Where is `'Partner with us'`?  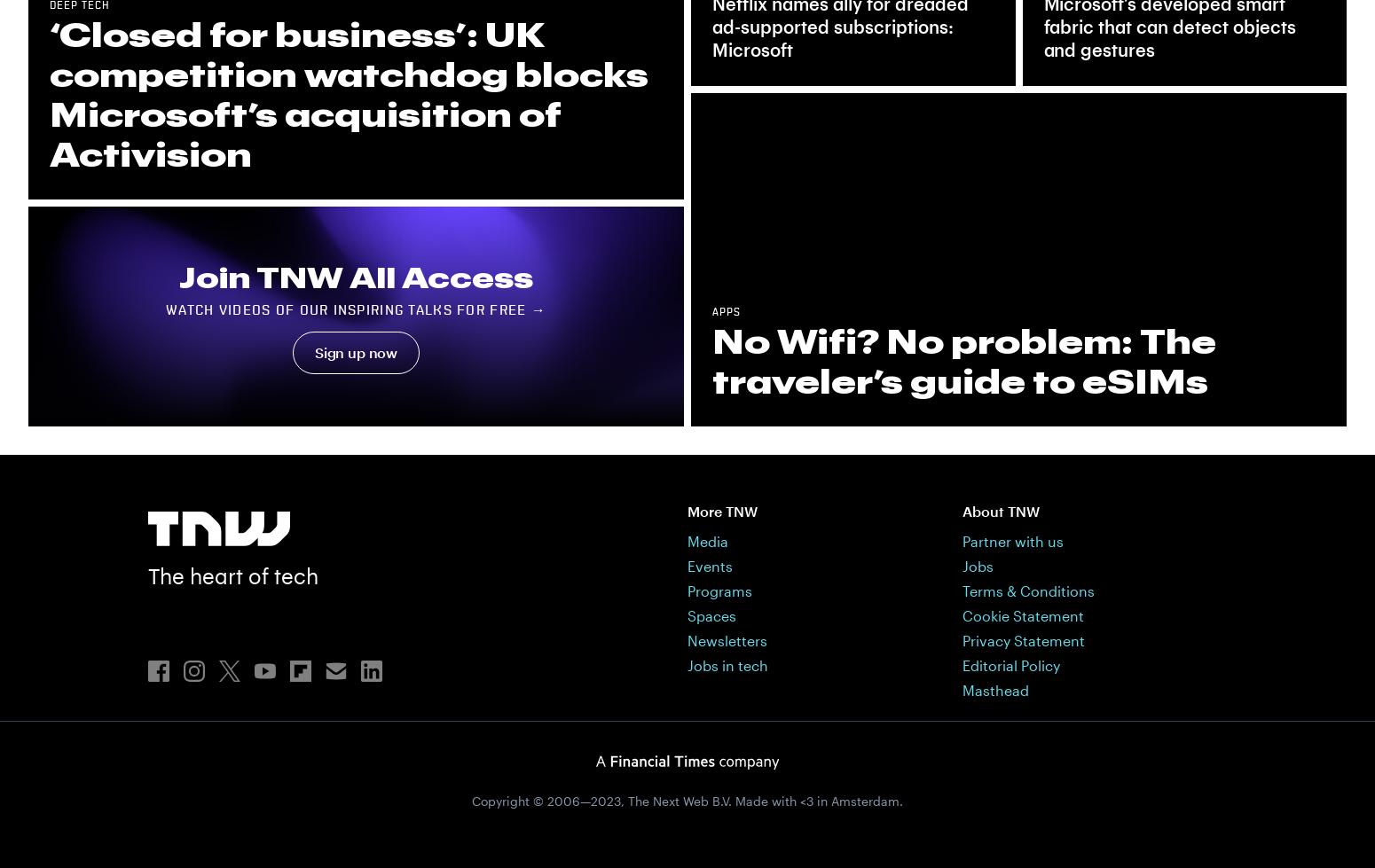 'Partner with us' is located at coordinates (1012, 540).